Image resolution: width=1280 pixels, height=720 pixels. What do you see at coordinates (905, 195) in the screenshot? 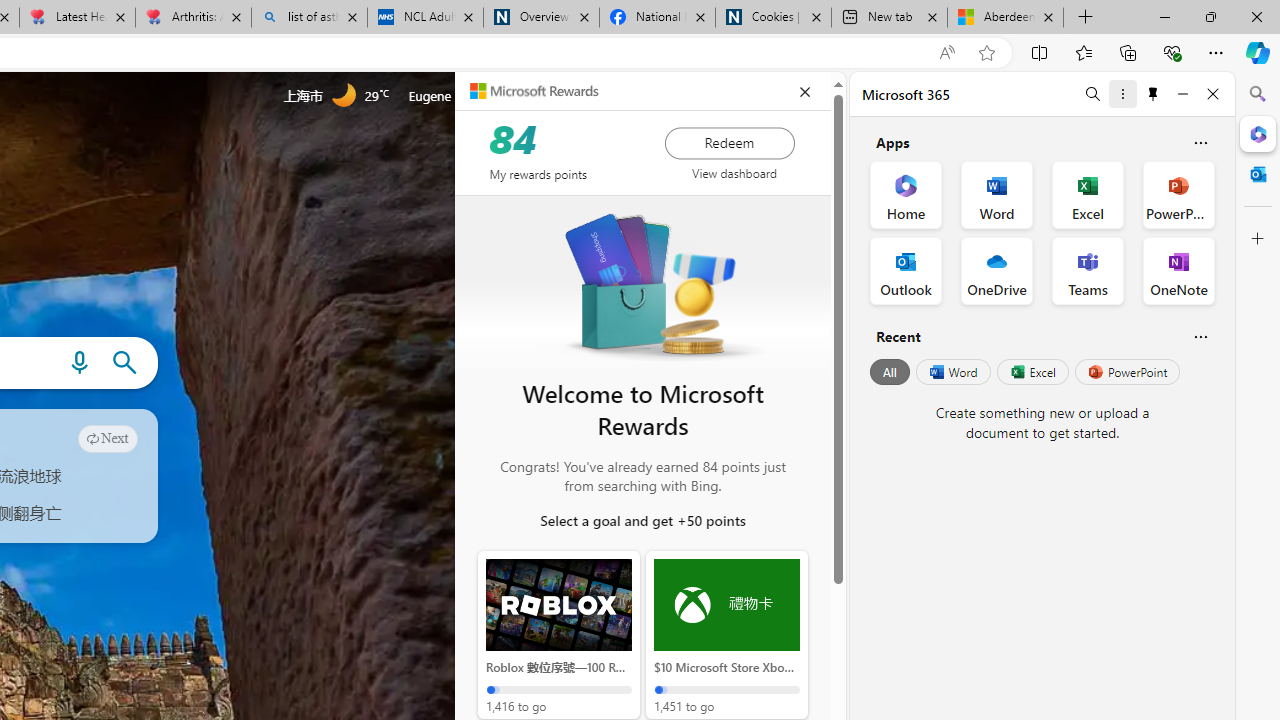
I see `'Home Office App'` at bounding box center [905, 195].